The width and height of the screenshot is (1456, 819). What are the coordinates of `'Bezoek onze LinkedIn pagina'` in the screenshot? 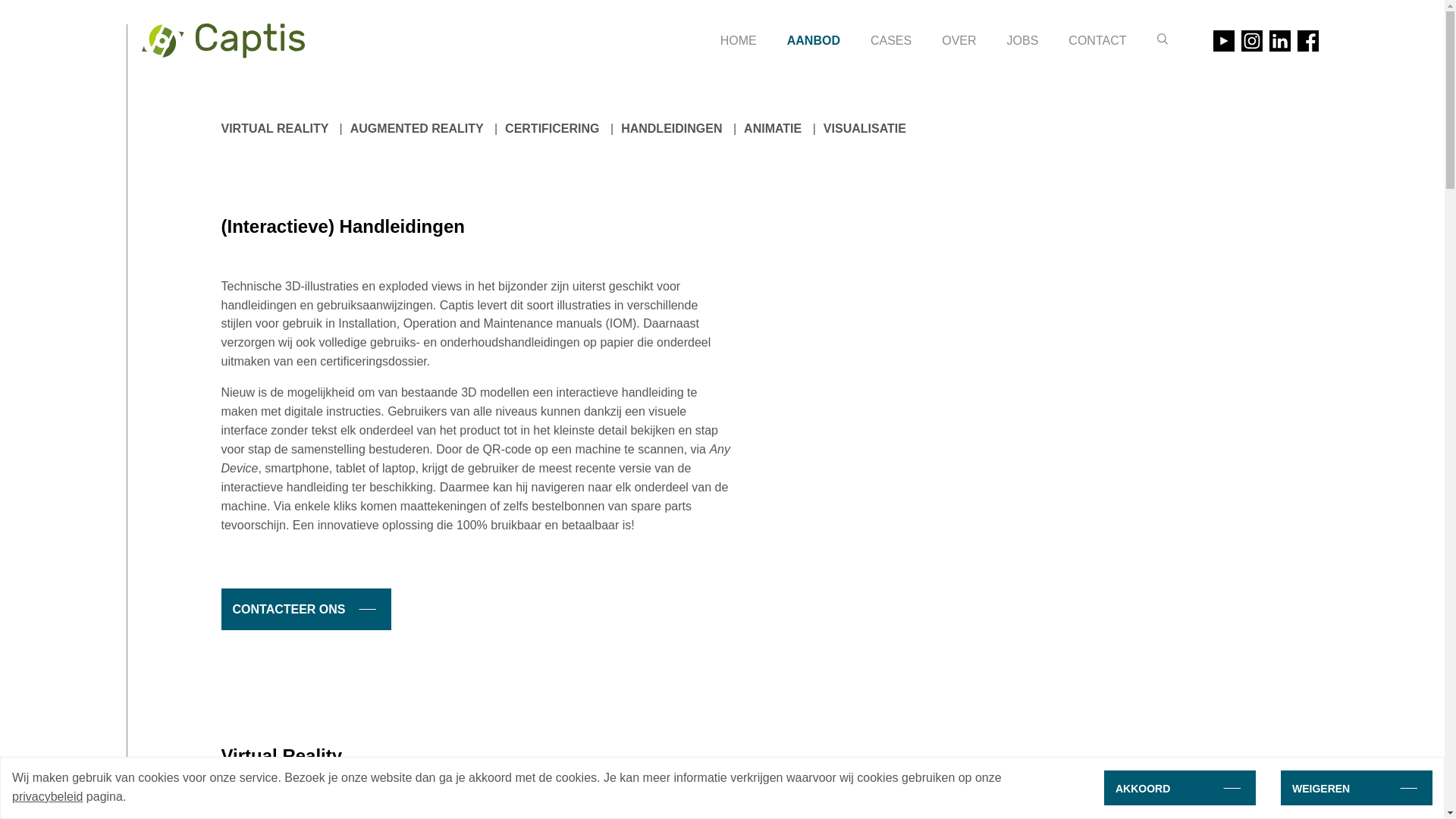 It's located at (1279, 40).